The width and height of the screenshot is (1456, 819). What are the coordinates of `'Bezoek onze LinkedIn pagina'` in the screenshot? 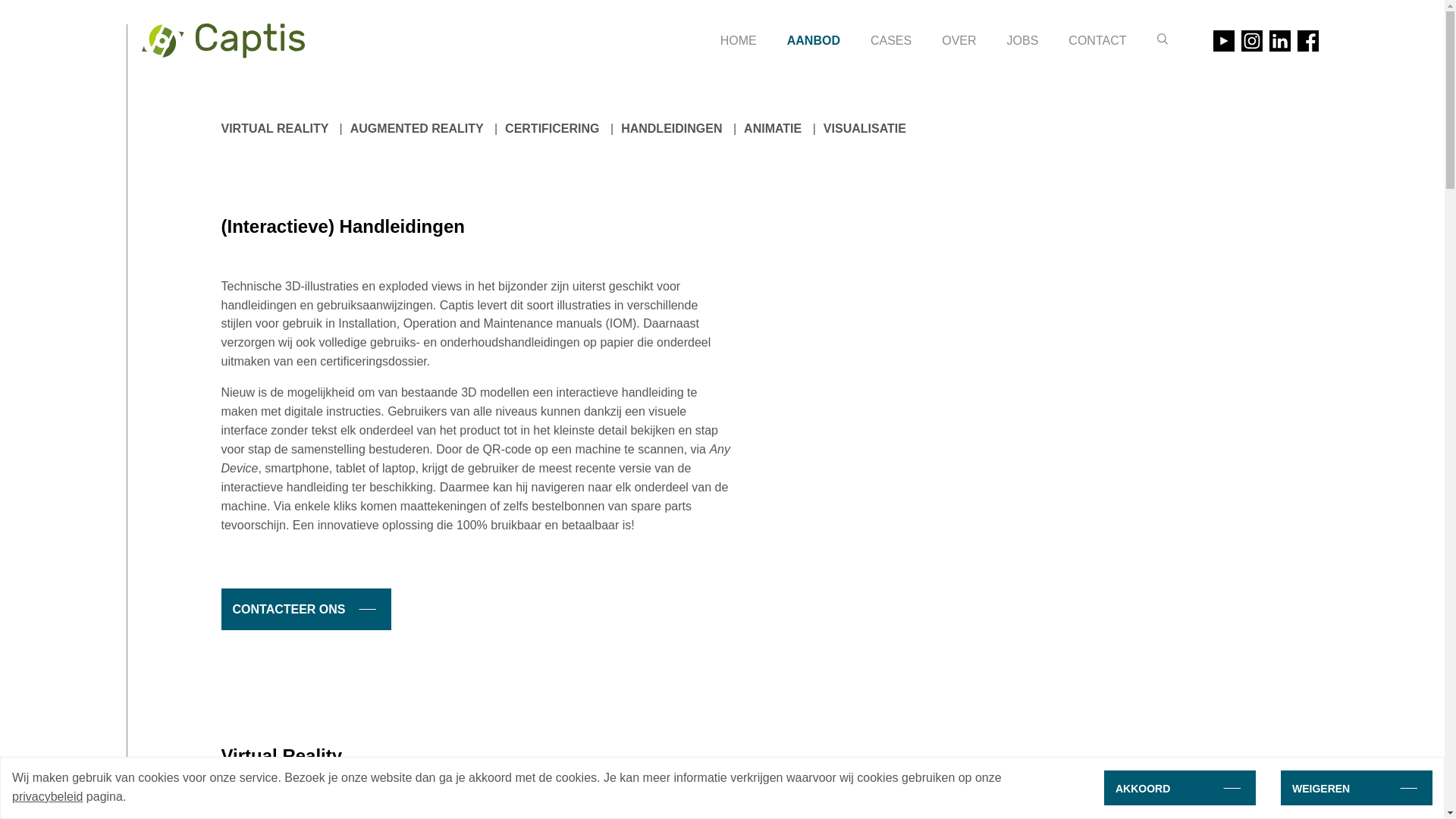 It's located at (1279, 40).